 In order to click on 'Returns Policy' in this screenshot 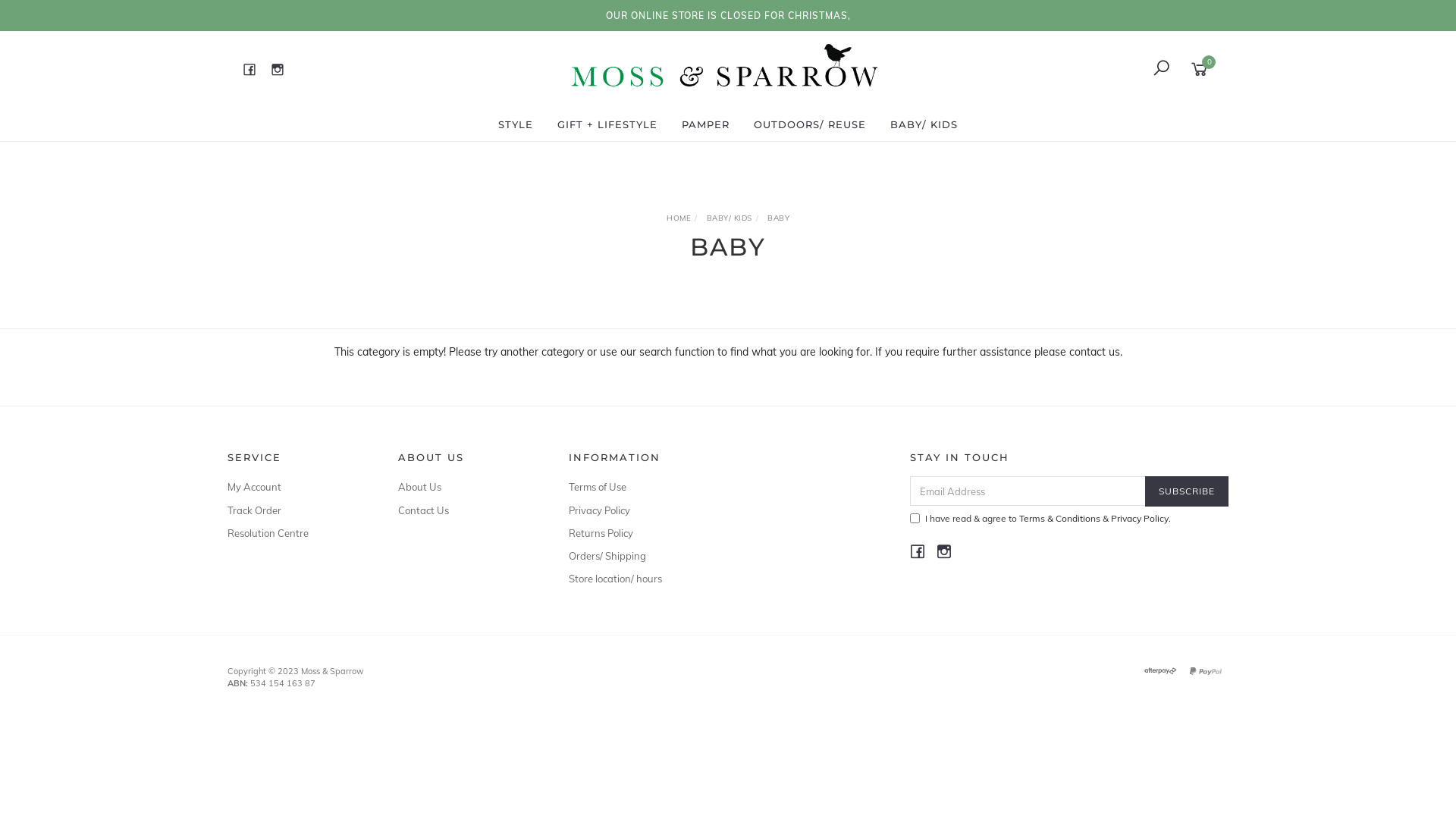, I will do `click(637, 532)`.